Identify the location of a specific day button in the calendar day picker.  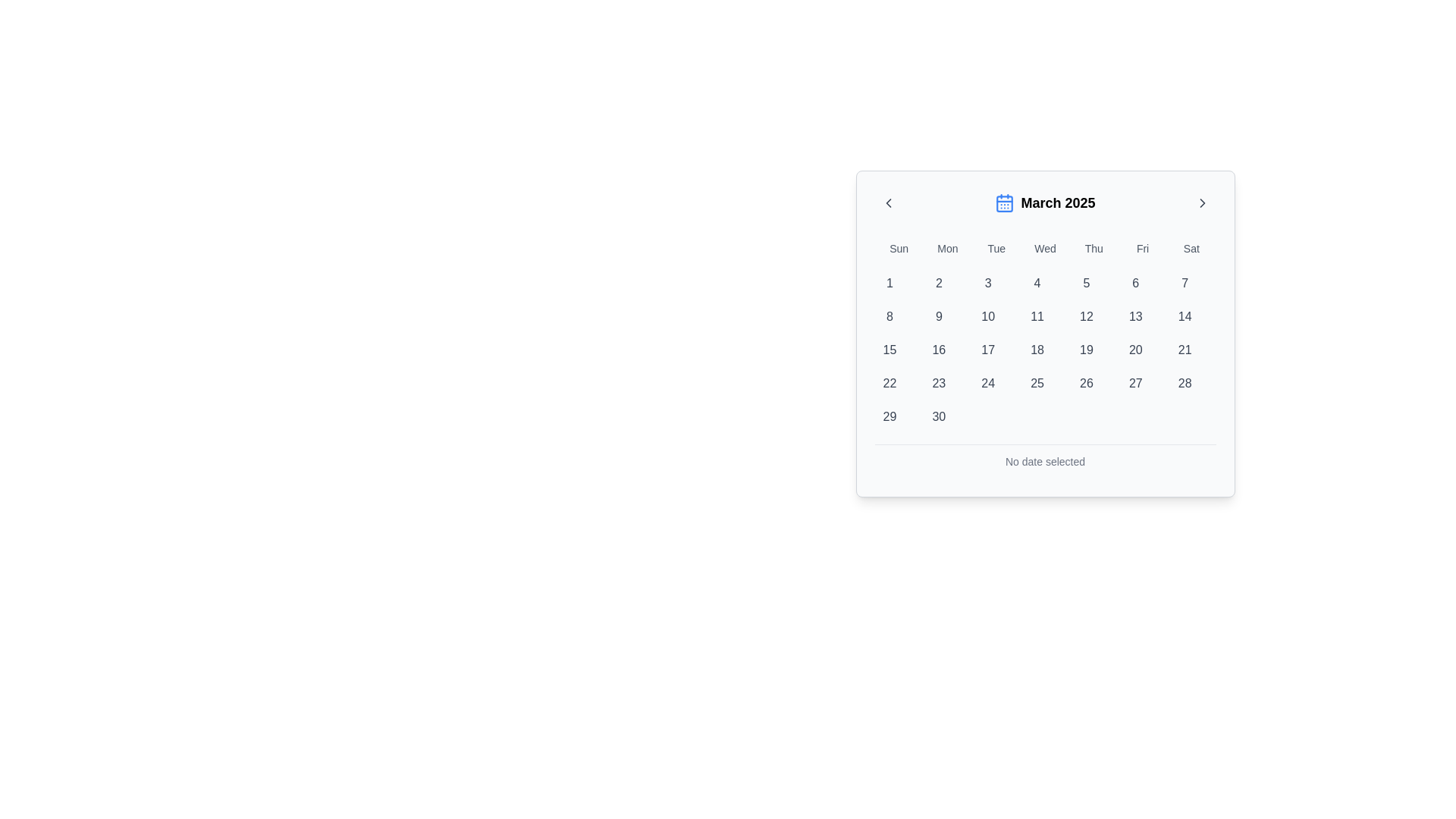
(1044, 350).